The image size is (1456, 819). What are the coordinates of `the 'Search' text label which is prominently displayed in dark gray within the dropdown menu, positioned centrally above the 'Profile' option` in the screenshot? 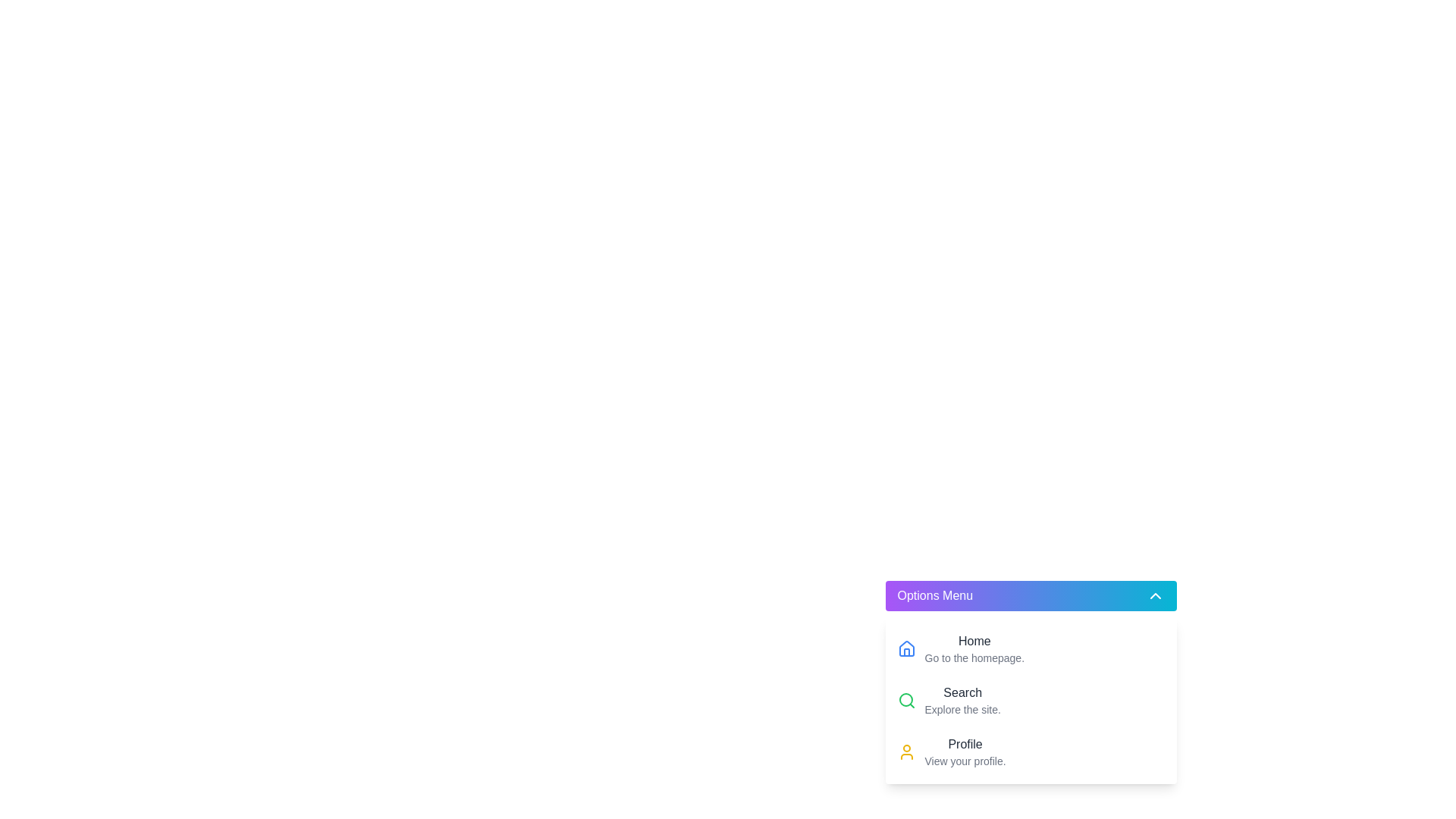 It's located at (962, 693).